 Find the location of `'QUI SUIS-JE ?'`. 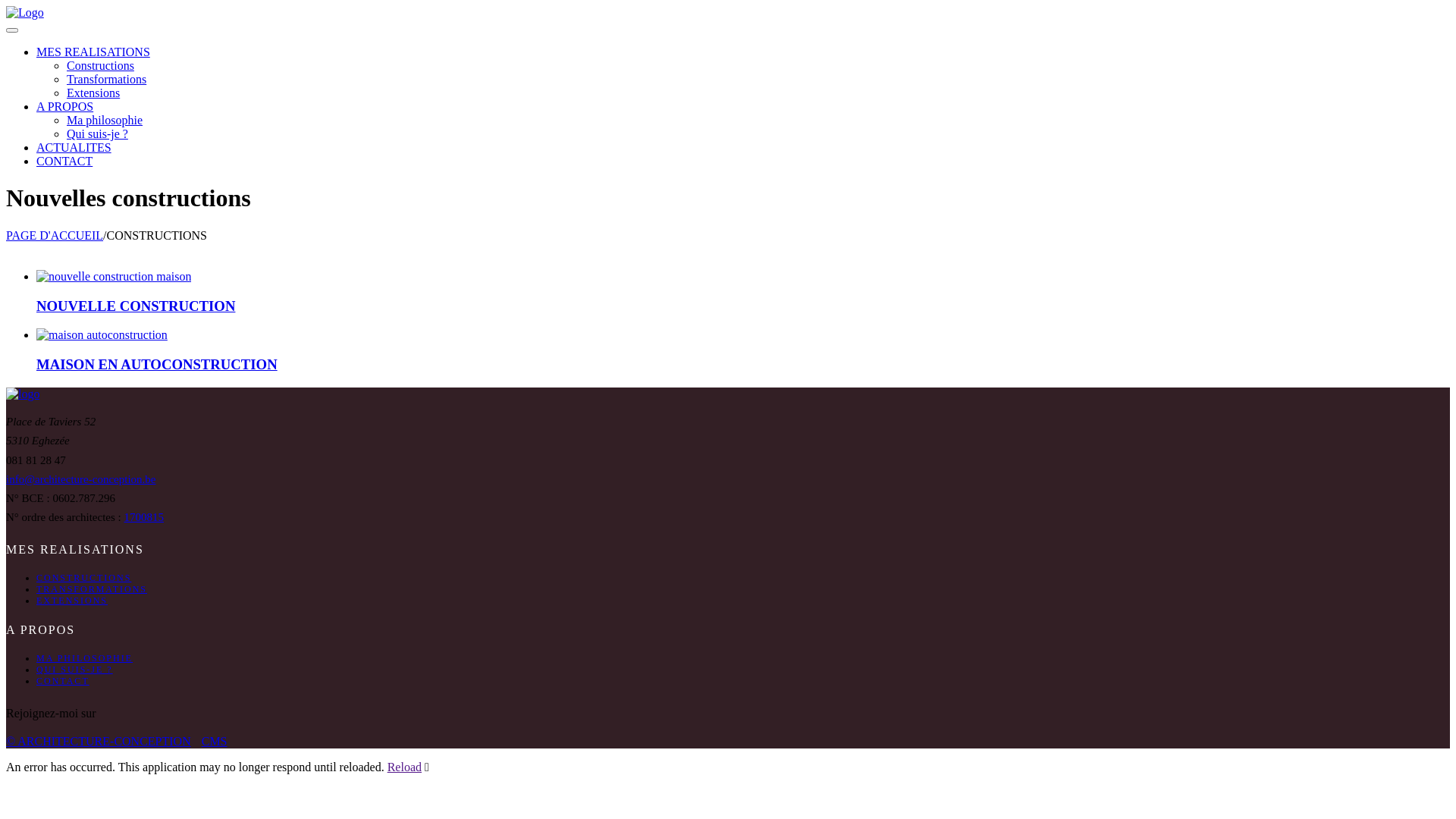

'QUI SUIS-JE ?' is located at coordinates (74, 669).